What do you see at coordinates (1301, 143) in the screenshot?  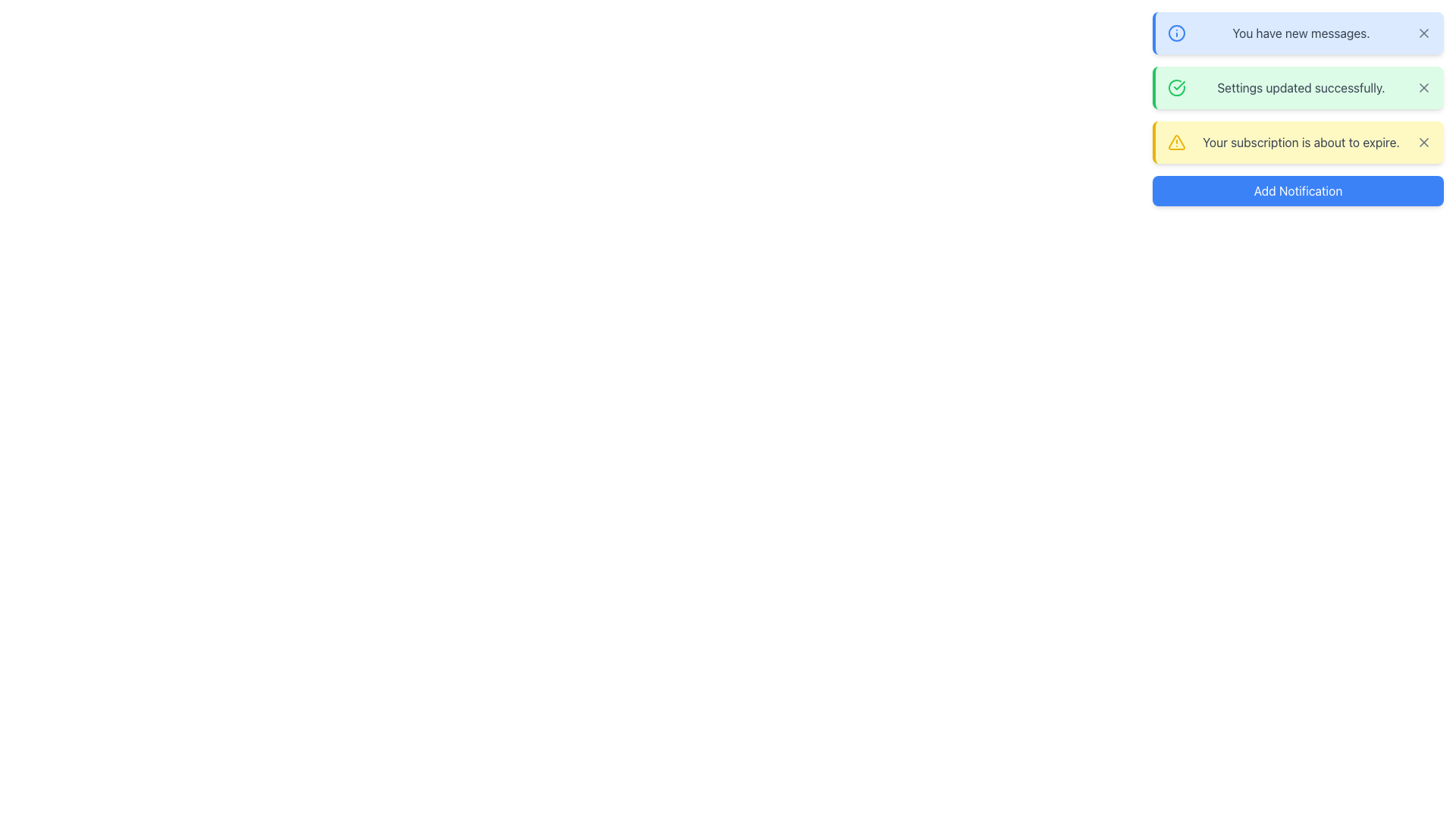 I see `notification message displayed in the text block informing the user about the expiration of their subscription, which is located center-right within the yellow-highlighted notification group` at bounding box center [1301, 143].